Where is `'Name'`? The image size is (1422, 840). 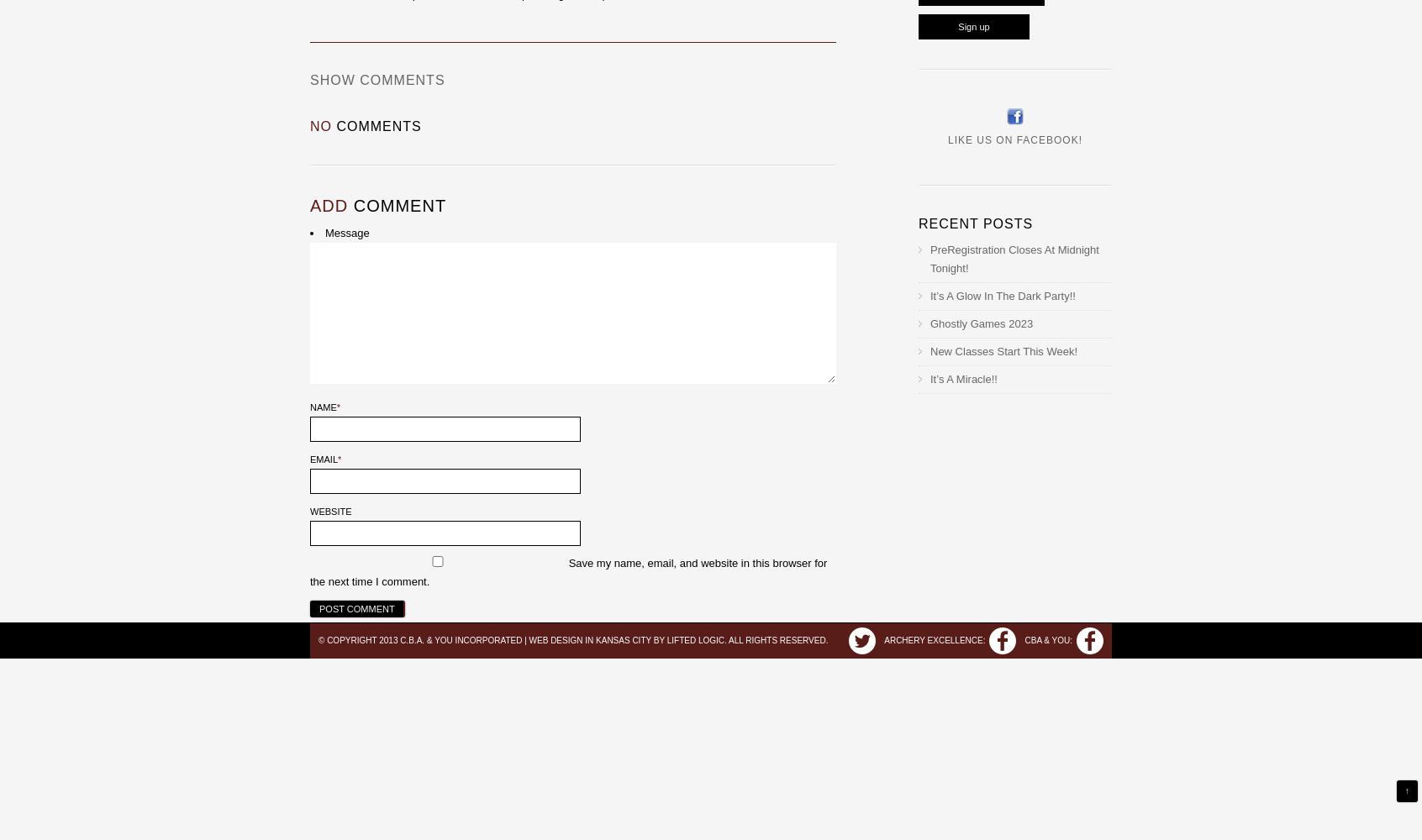
'Name' is located at coordinates (323, 407).